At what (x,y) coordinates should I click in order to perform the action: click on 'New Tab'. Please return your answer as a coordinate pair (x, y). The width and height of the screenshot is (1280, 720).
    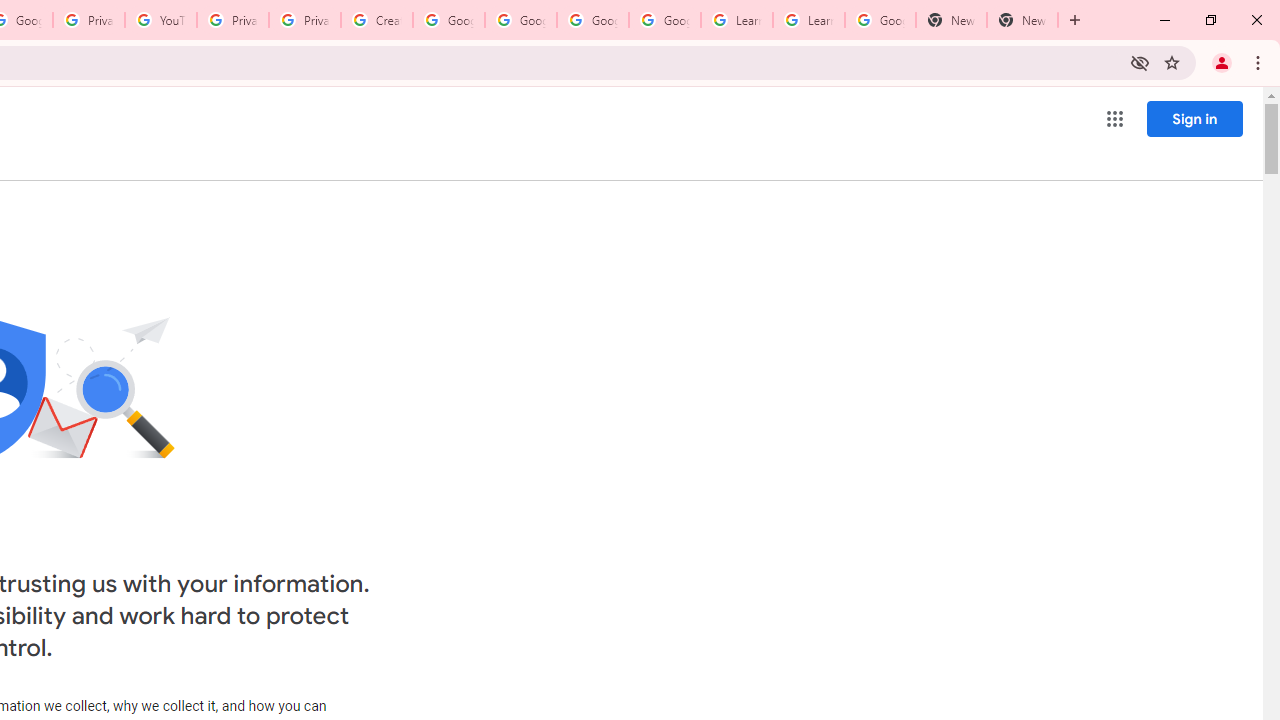
    Looking at the image, I should click on (950, 20).